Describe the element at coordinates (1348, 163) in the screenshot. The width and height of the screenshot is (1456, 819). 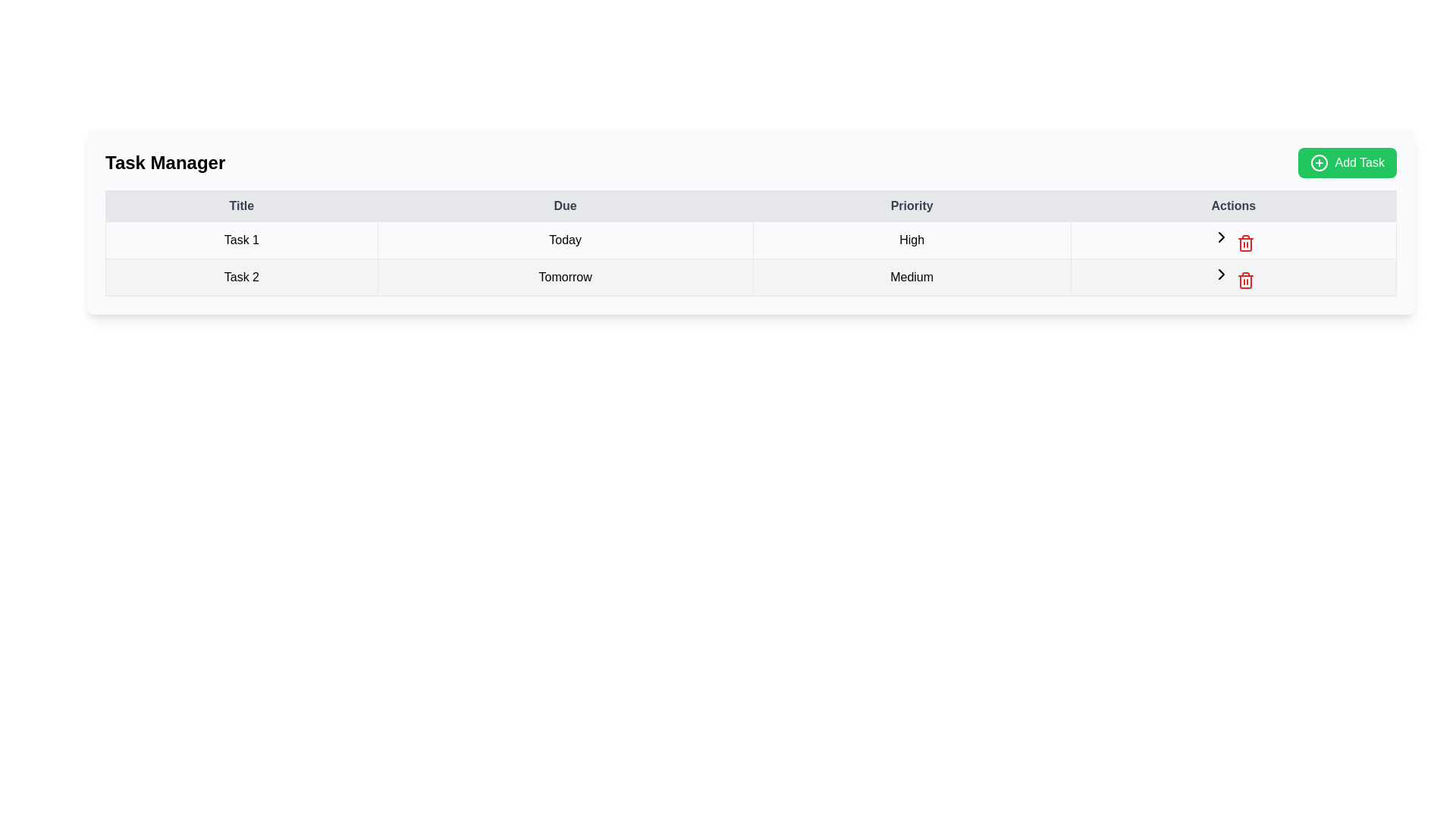
I see `the button located to the right of the 'Task Manager' text to initiate the task addition process` at that location.